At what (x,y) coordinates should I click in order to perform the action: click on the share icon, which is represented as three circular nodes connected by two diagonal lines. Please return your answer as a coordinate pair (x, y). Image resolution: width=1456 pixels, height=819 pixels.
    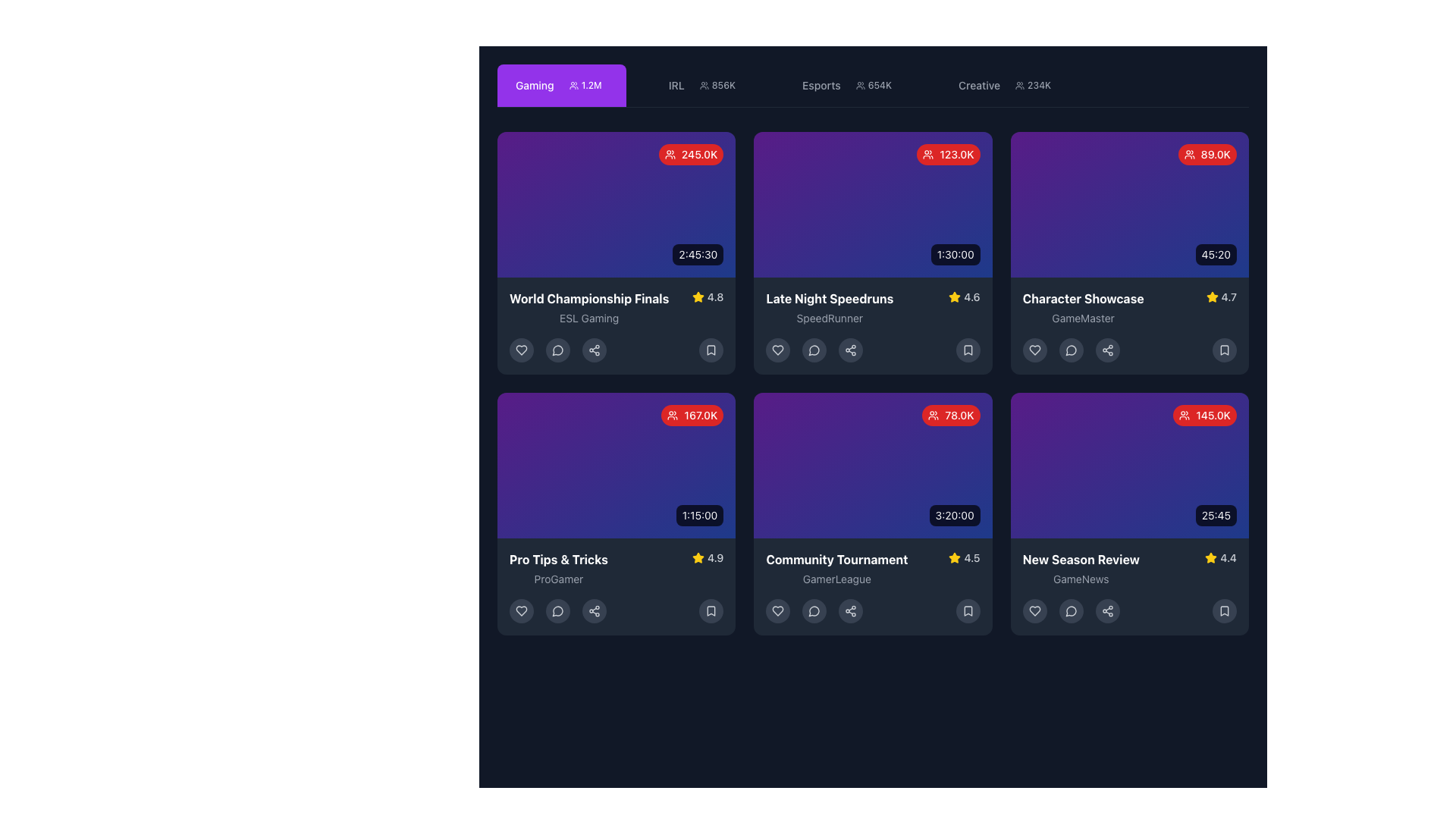
    Looking at the image, I should click on (851, 350).